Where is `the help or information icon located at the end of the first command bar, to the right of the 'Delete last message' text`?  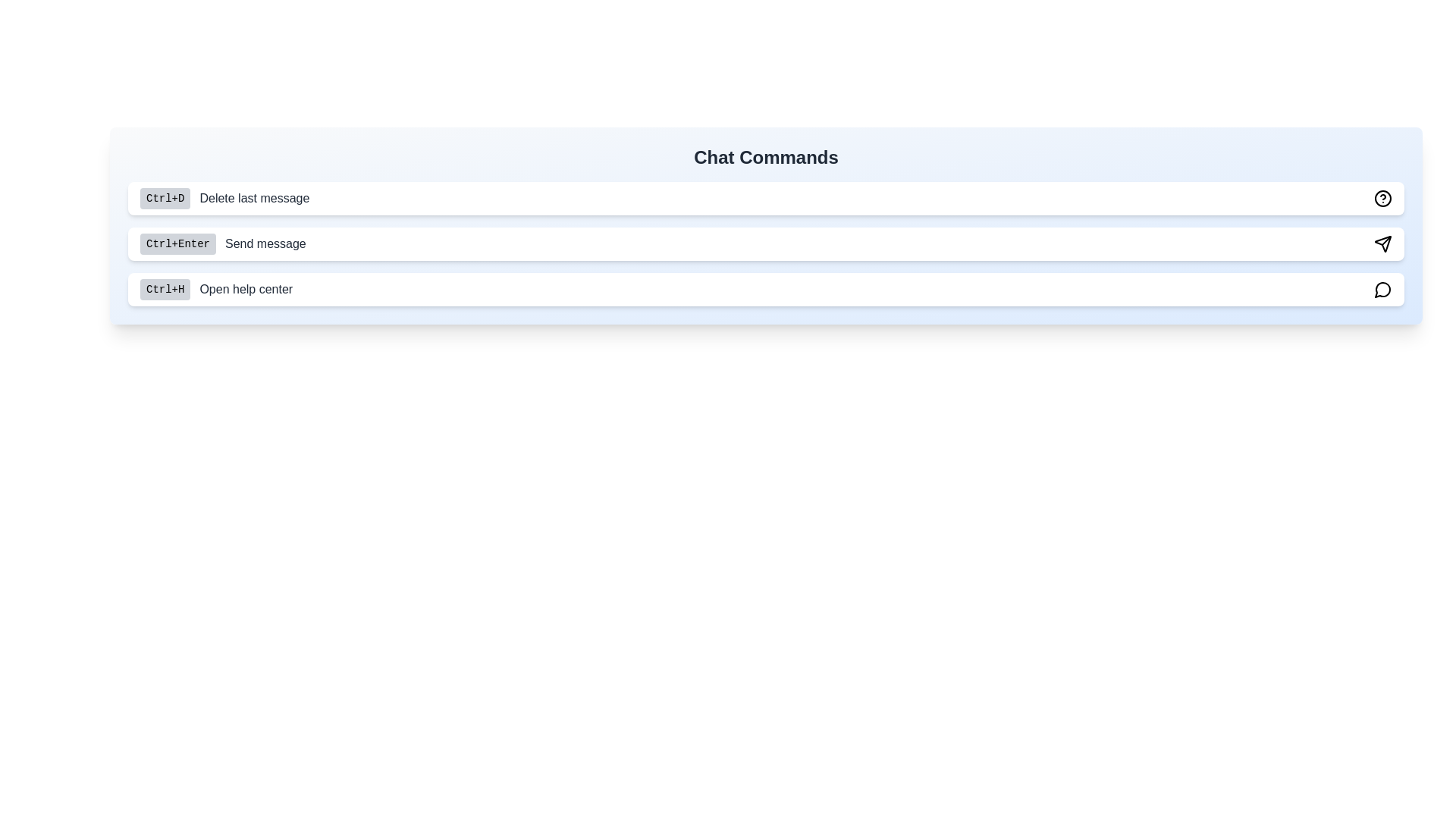 the help or information icon located at the end of the first command bar, to the right of the 'Delete last message' text is located at coordinates (1383, 198).